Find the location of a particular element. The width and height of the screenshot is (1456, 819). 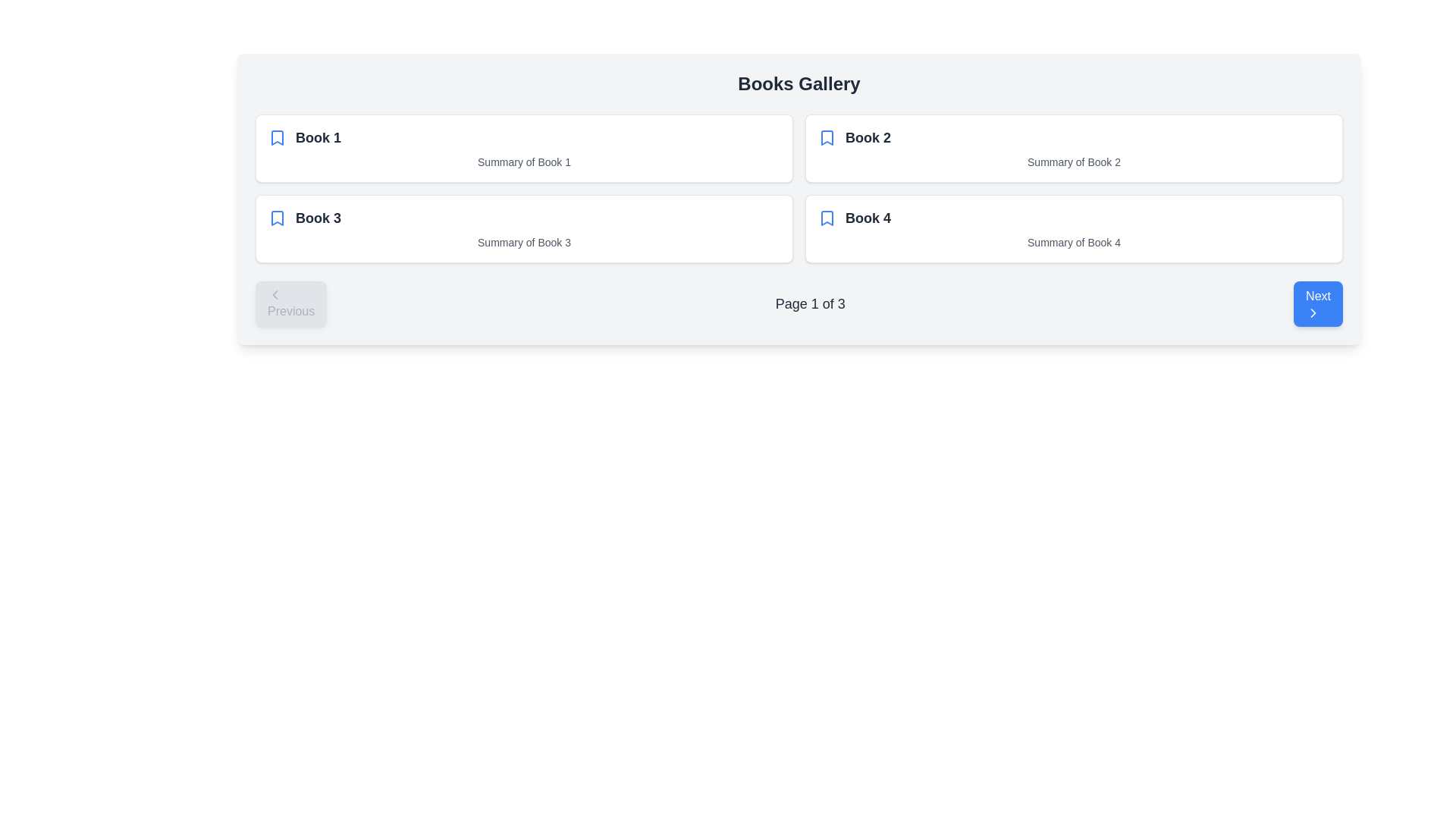

the SVG Icon that indicates saving or marking the associated book item located at the top-right quadrant of the gallery interface, adjacent to the title 'Book 2' is located at coordinates (826, 137).